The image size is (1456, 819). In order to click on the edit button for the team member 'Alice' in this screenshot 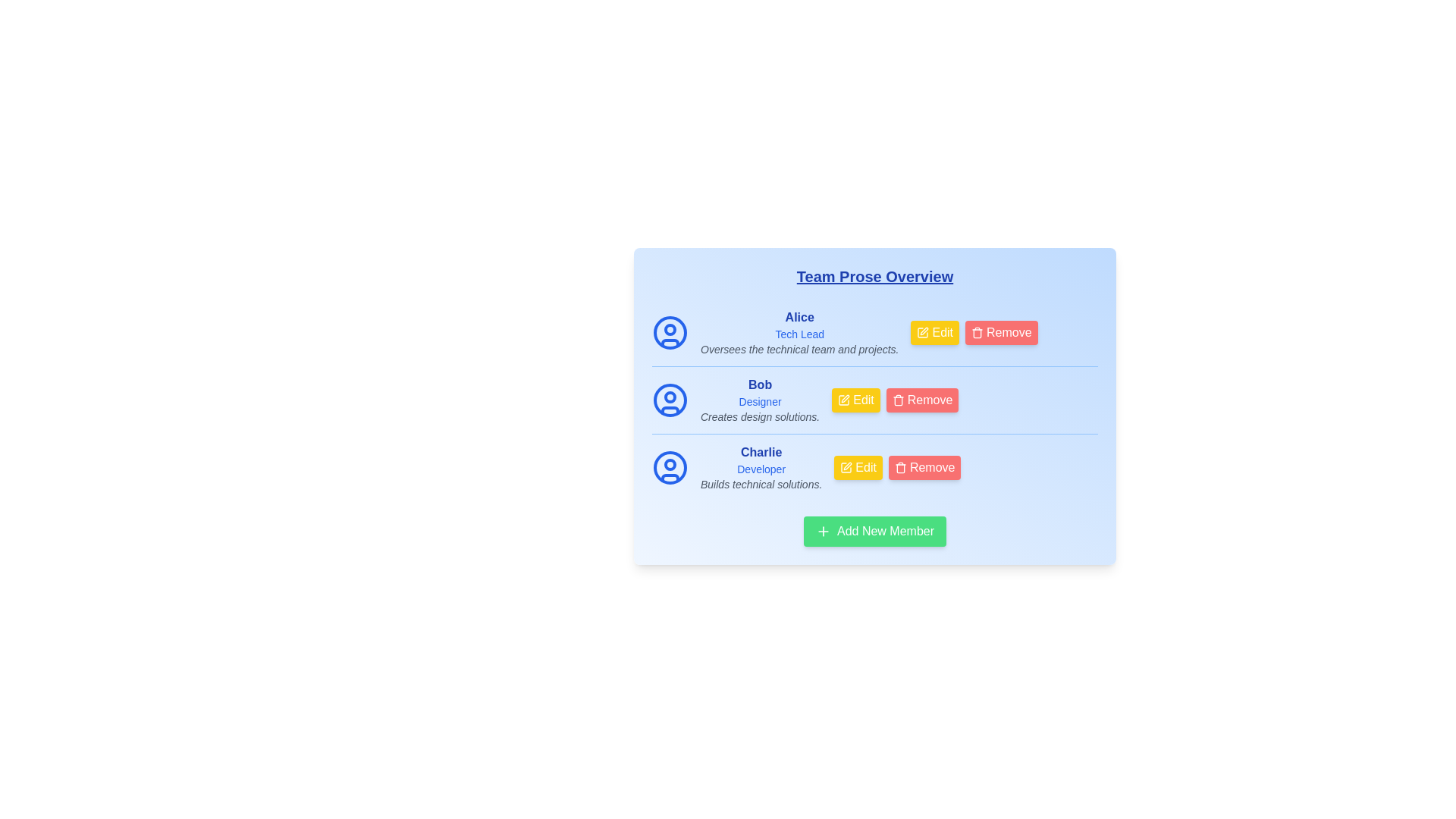, I will do `click(934, 332)`.